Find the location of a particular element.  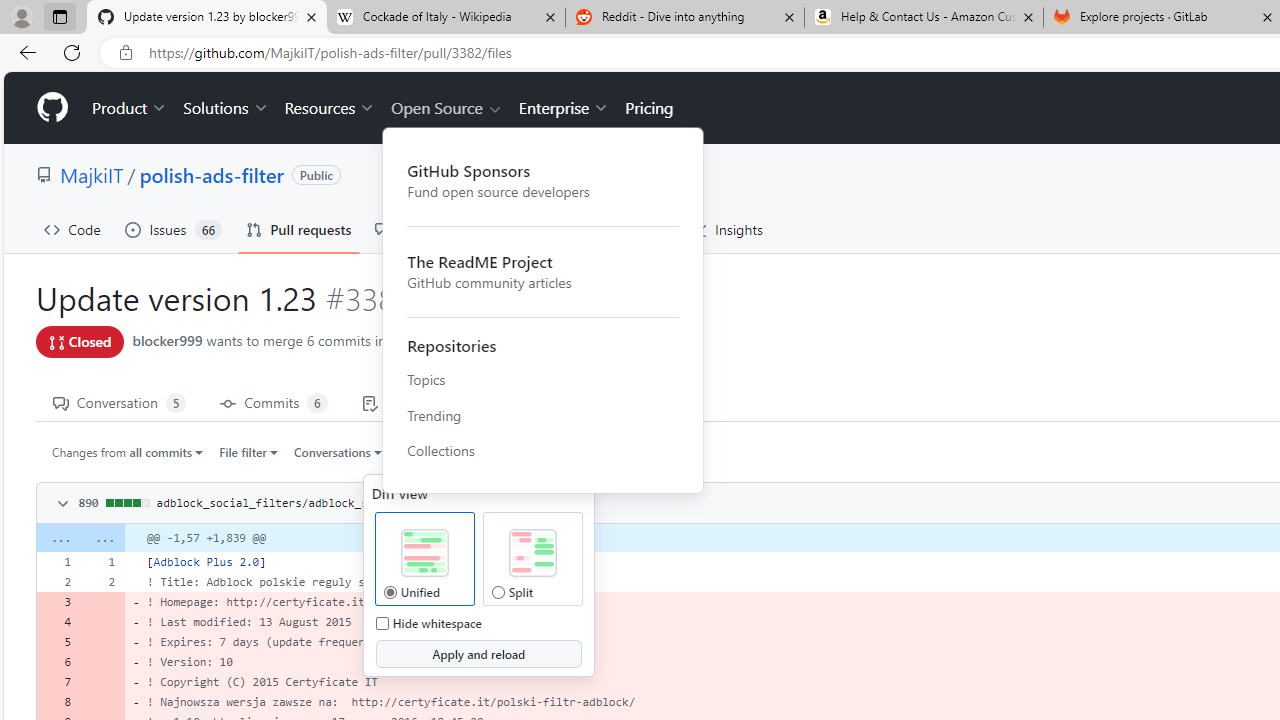

' Conversation 5' is located at coordinates (118, 402).